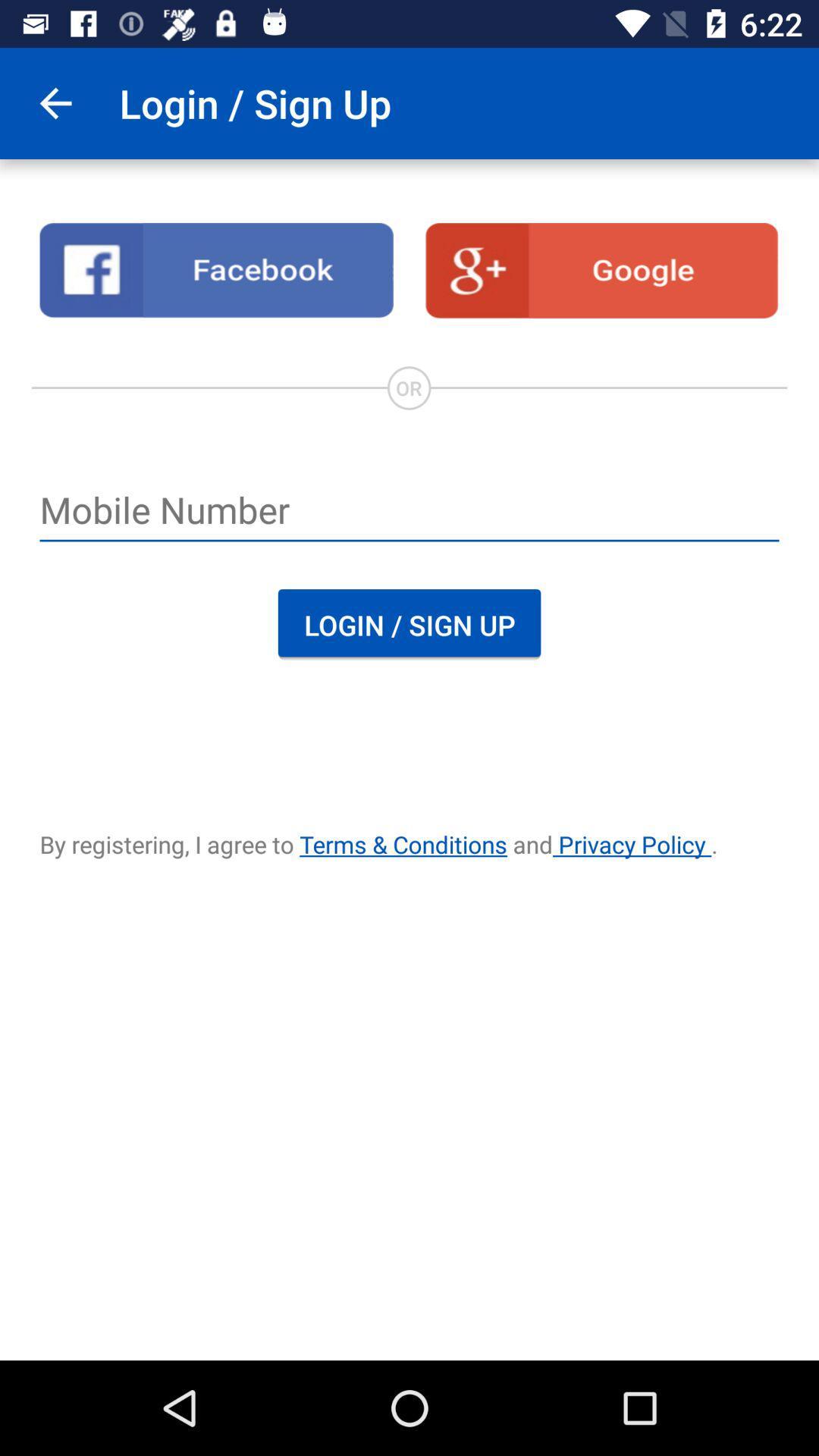 This screenshot has height=1456, width=819. What do you see at coordinates (409, 512) in the screenshot?
I see `your phone` at bounding box center [409, 512].